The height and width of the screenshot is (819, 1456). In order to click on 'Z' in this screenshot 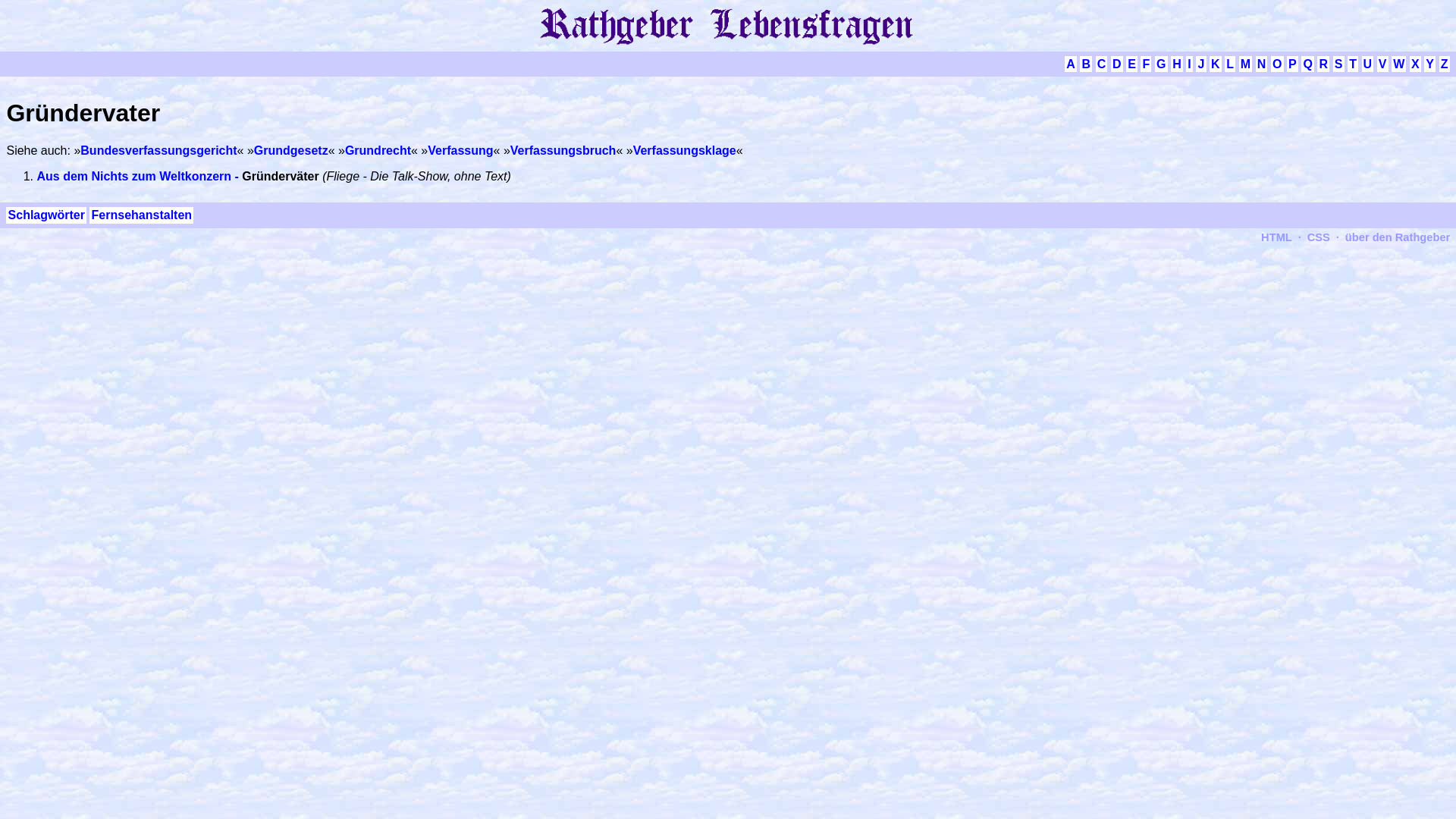, I will do `click(1444, 63)`.